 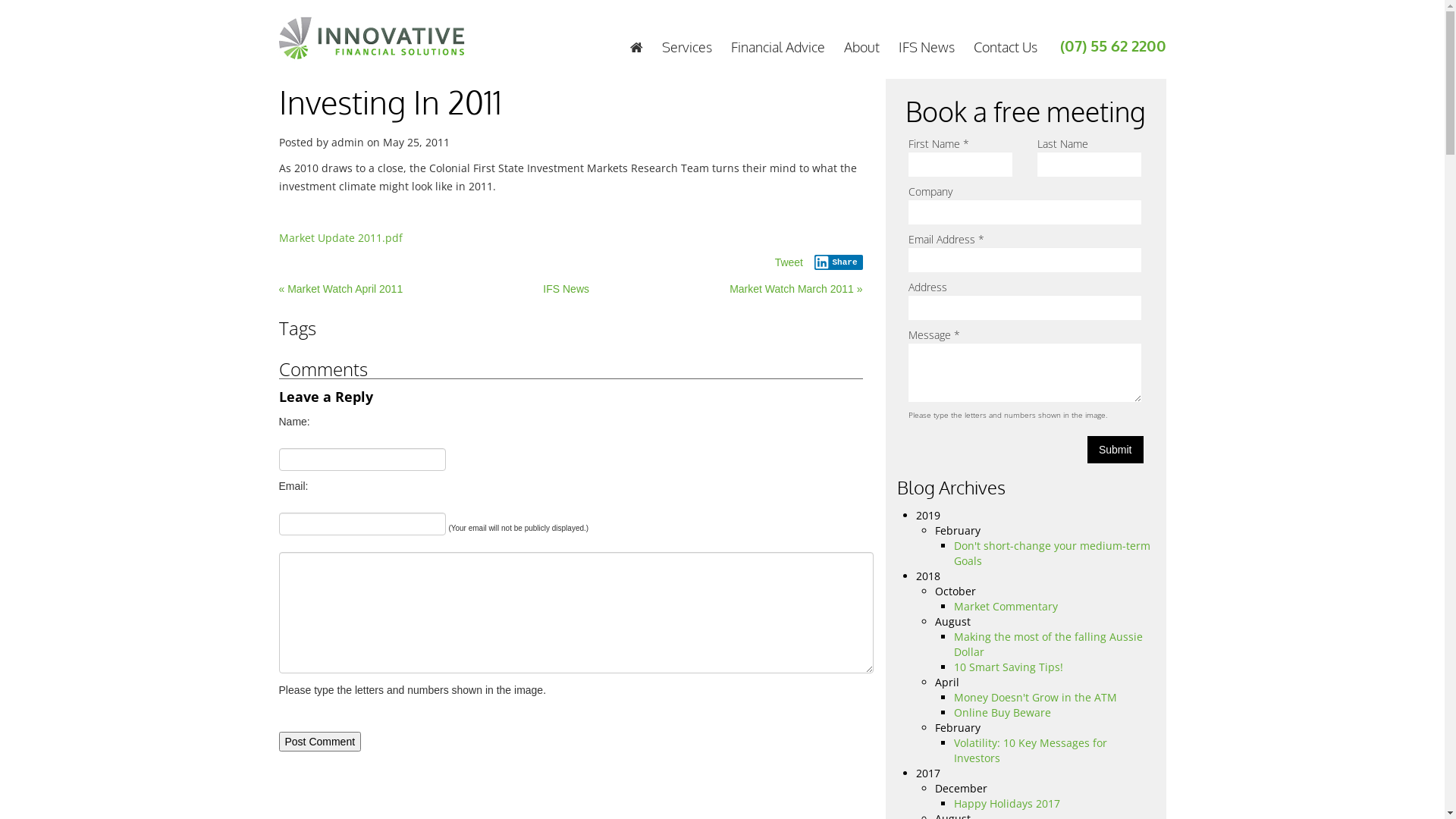 I want to click on '(07) 55 62 2200', so click(x=1113, y=45).